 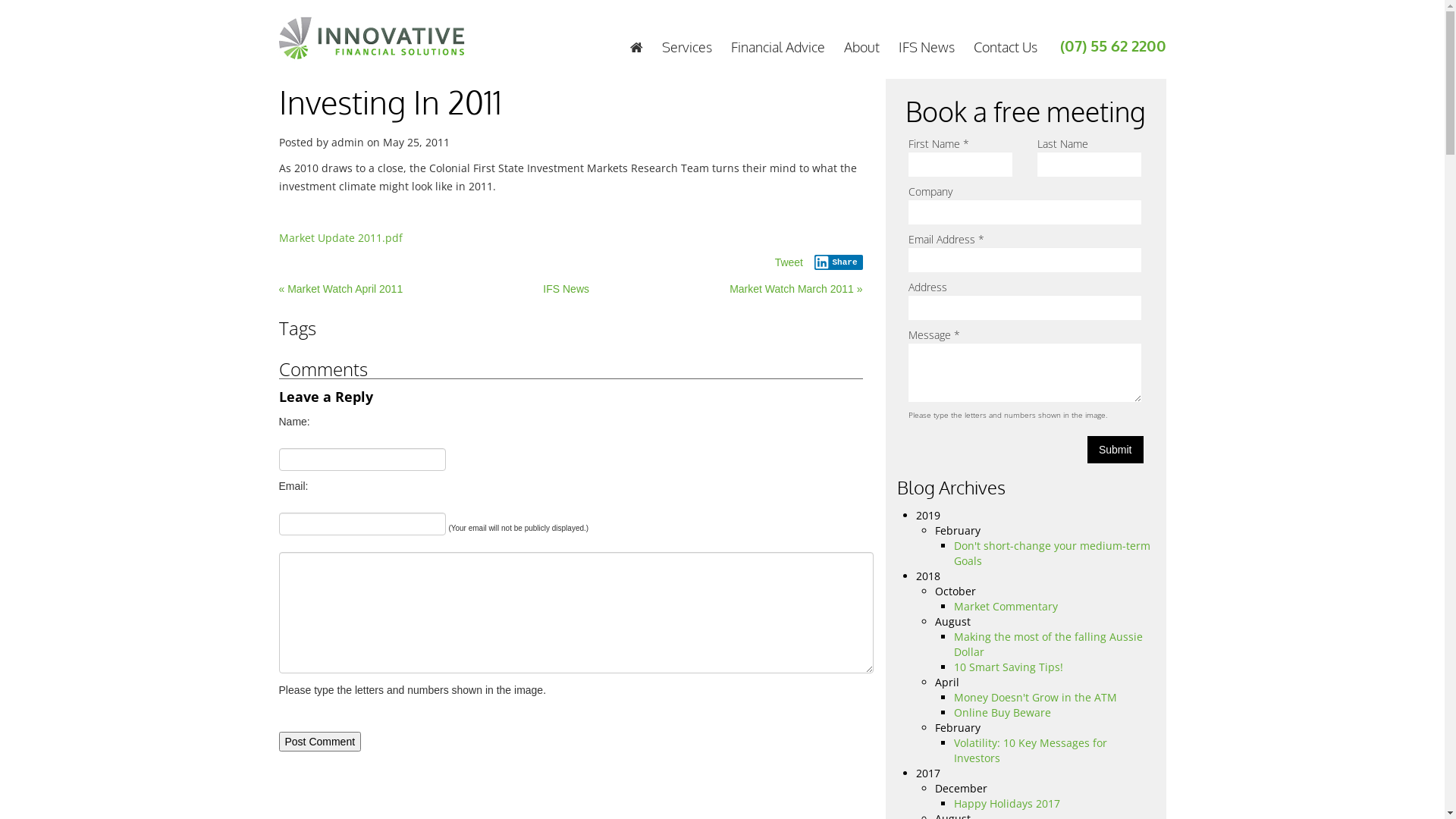 I want to click on '(07) 55 62 2200', so click(x=1113, y=45).